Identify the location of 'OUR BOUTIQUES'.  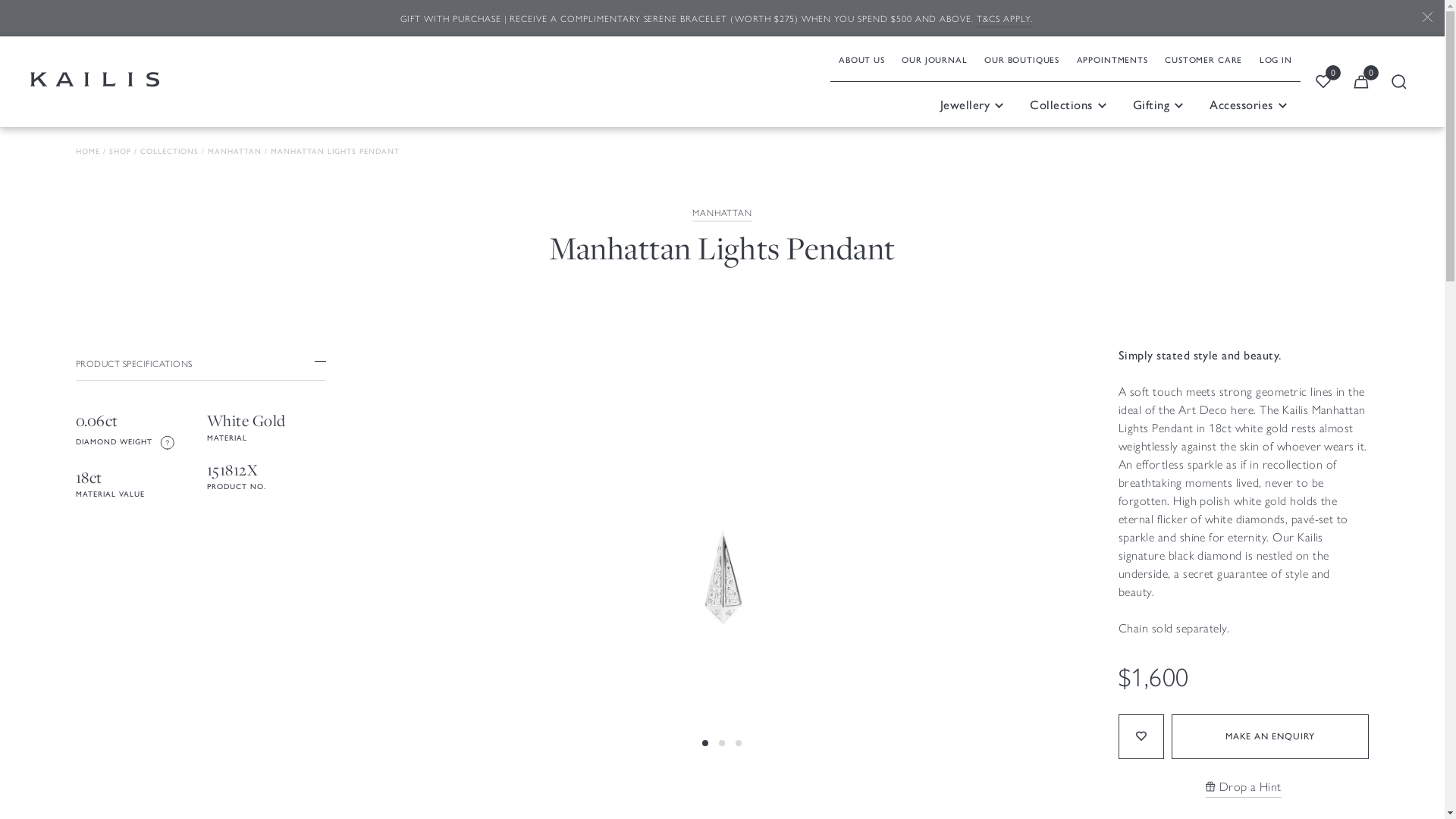
(1021, 58).